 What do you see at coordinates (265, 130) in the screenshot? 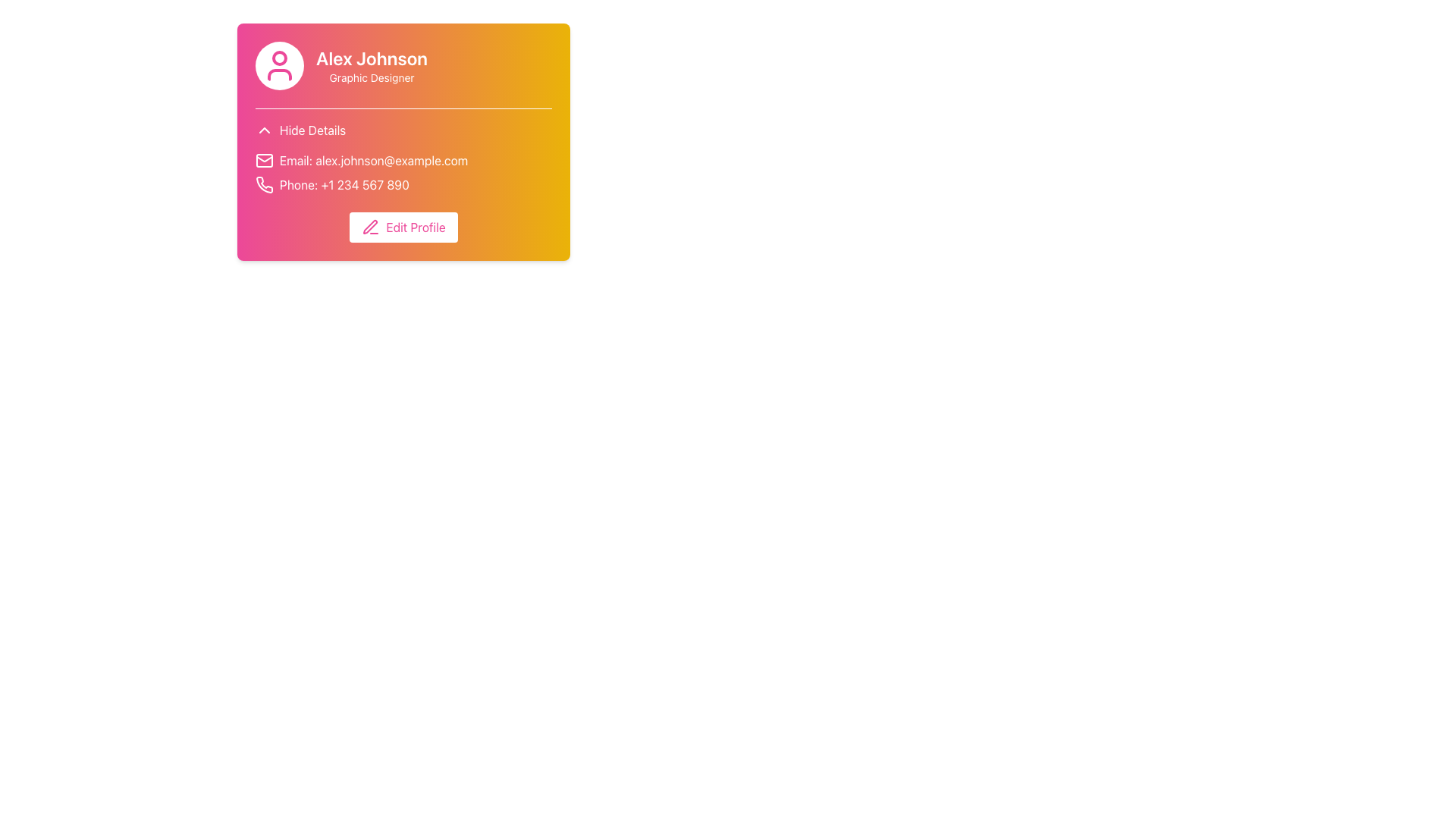
I see `the 'Hide Details' icon located to the left of the text` at bounding box center [265, 130].